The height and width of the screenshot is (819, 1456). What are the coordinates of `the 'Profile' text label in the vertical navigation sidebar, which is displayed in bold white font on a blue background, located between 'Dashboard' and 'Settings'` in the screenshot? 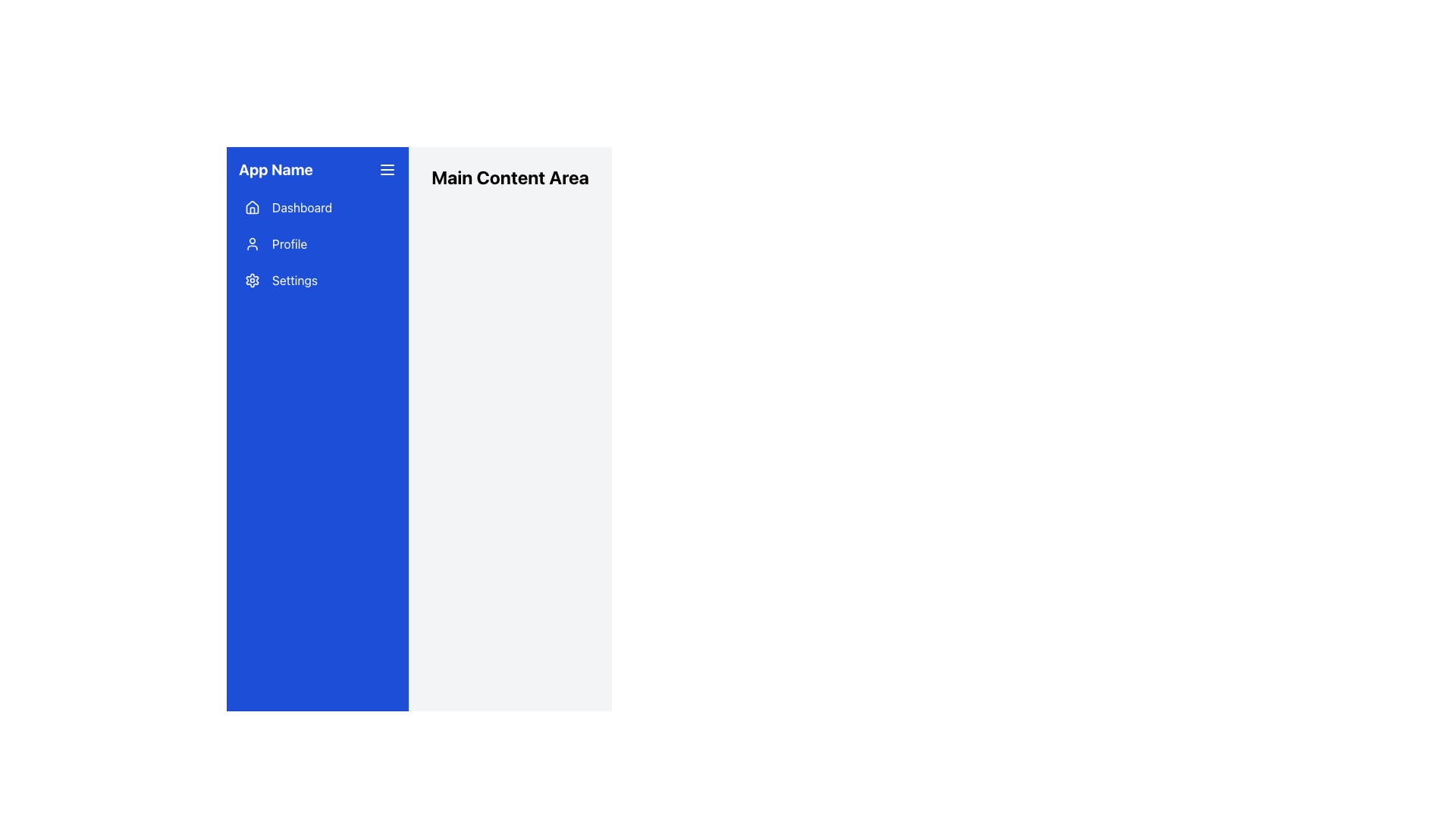 It's located at (290, 243).